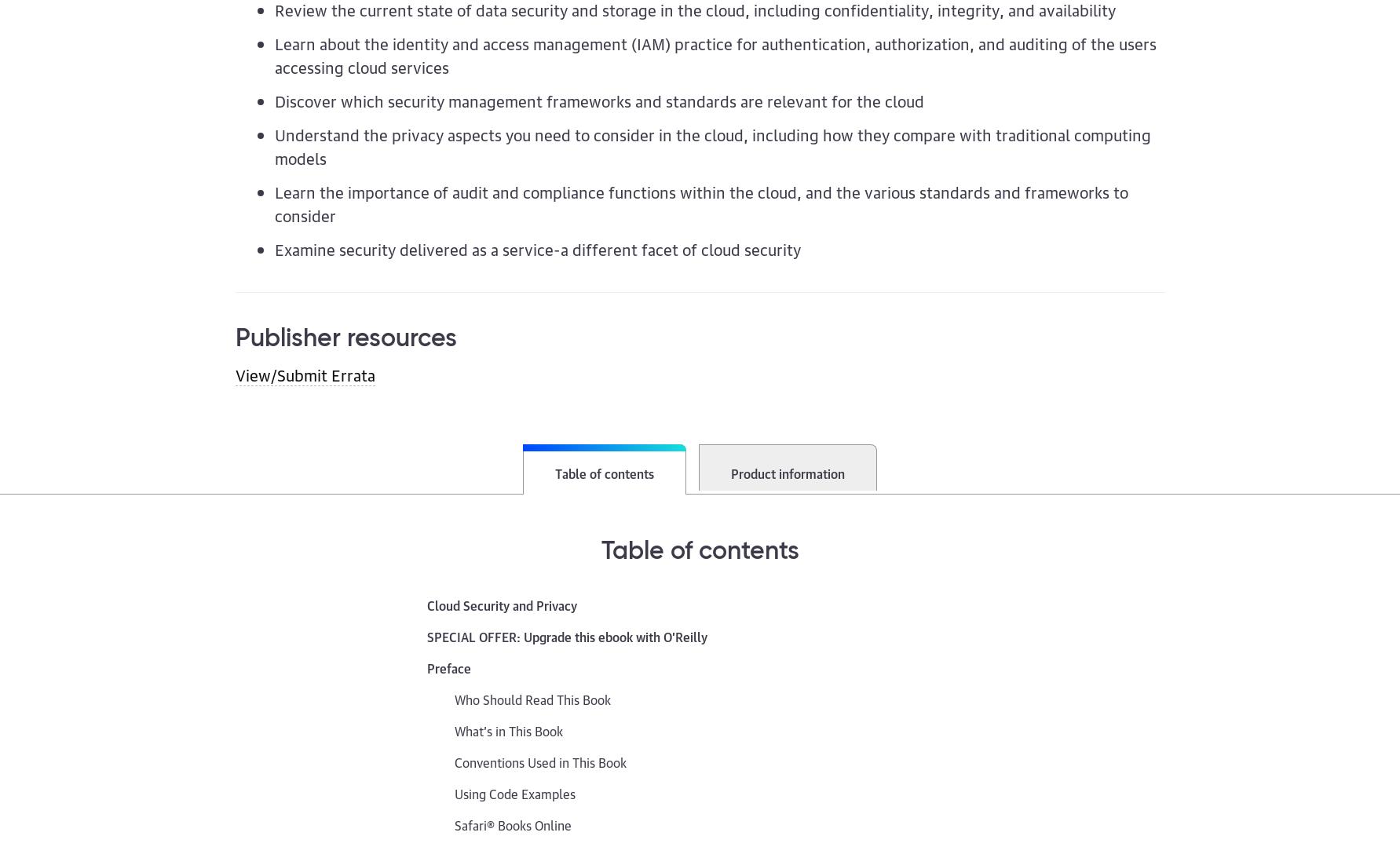 This screenshot has width=1400, height=847. What do you see at coordinates (345, 338) in the screenshot?
I see `'Publisher resources'` at bounding box center [345, 338].